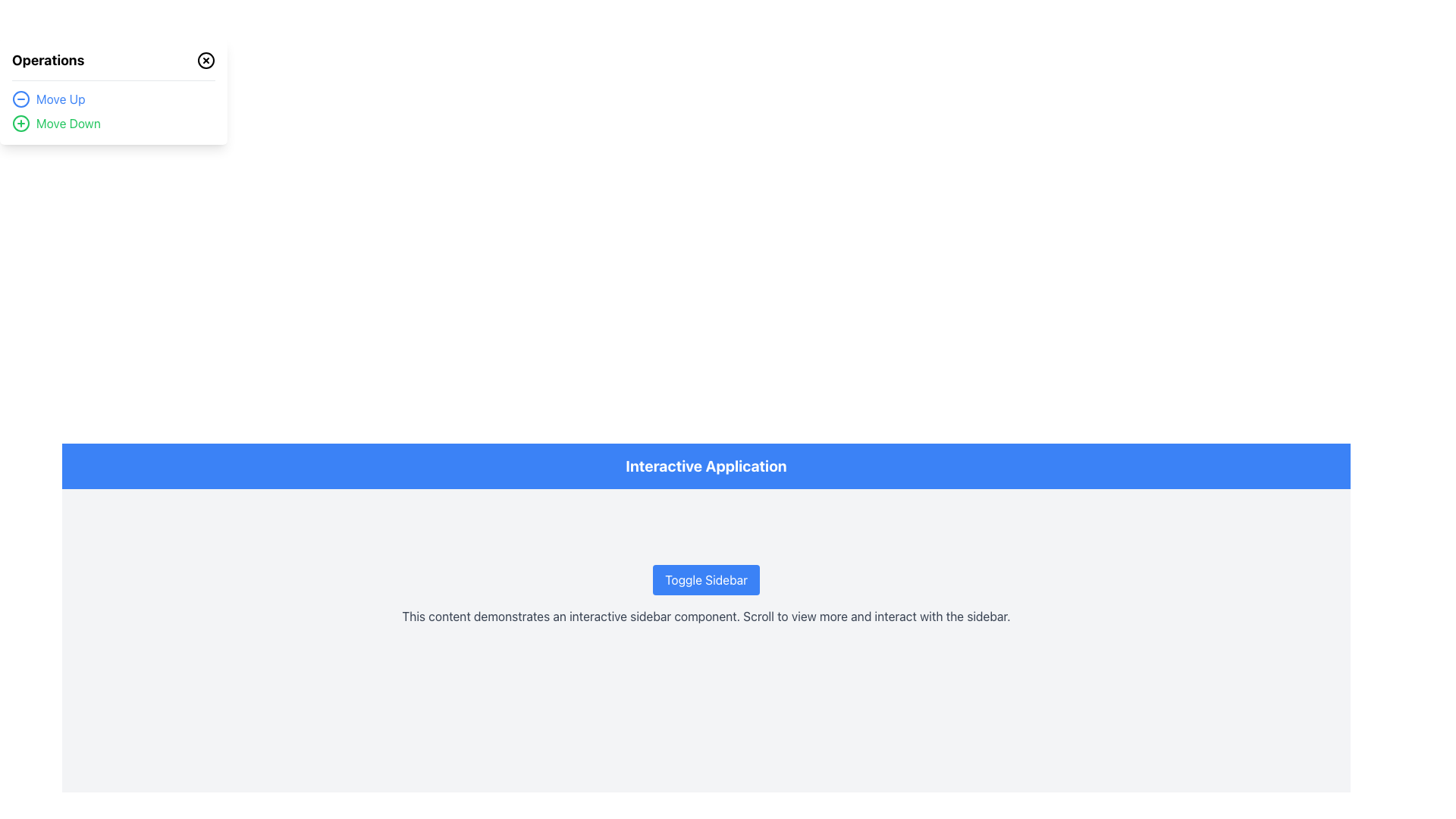 This screenshot has width=1456, height=819. I want to click on the circular button with a cross symbol inside, located in the top-right corner of the 'Operations' section, so click(206, 60).